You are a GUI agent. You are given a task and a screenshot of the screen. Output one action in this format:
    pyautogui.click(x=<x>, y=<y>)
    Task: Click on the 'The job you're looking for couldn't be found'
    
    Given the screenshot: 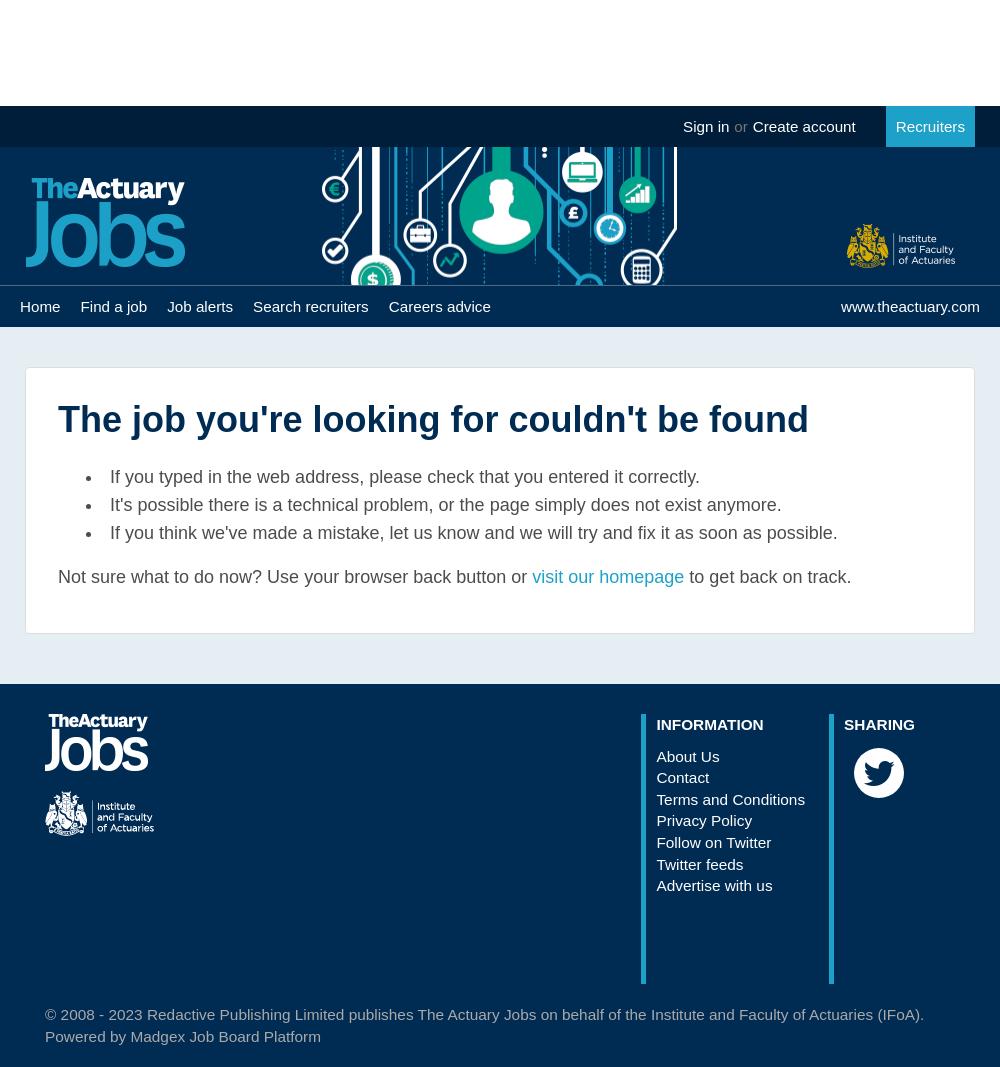 What is the action you would take?
    pyautogui.click(x=433, y=418)
    